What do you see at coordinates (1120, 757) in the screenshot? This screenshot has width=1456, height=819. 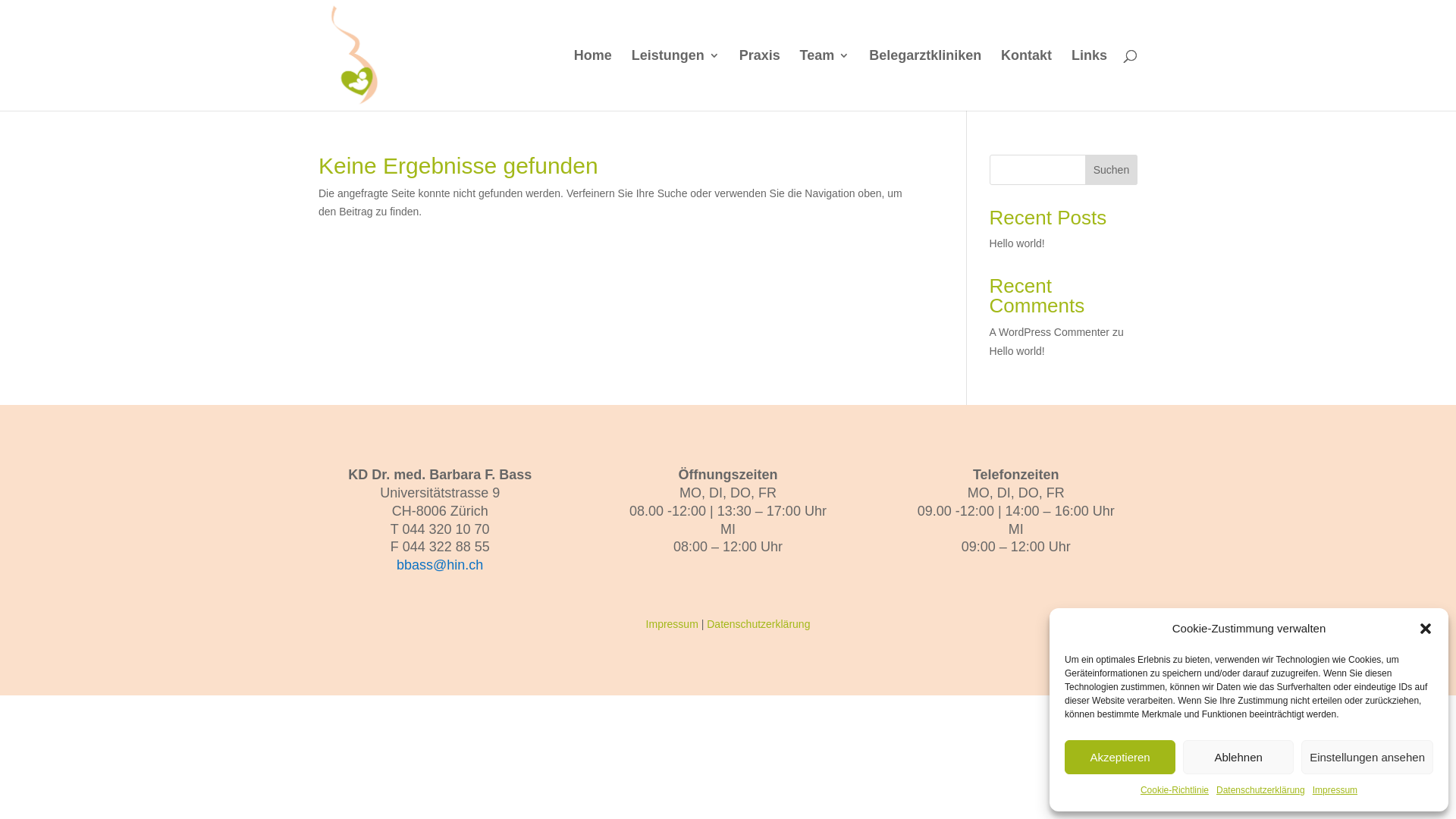 I see `'Akzeptieren'` at bounding box center [1120, 757].